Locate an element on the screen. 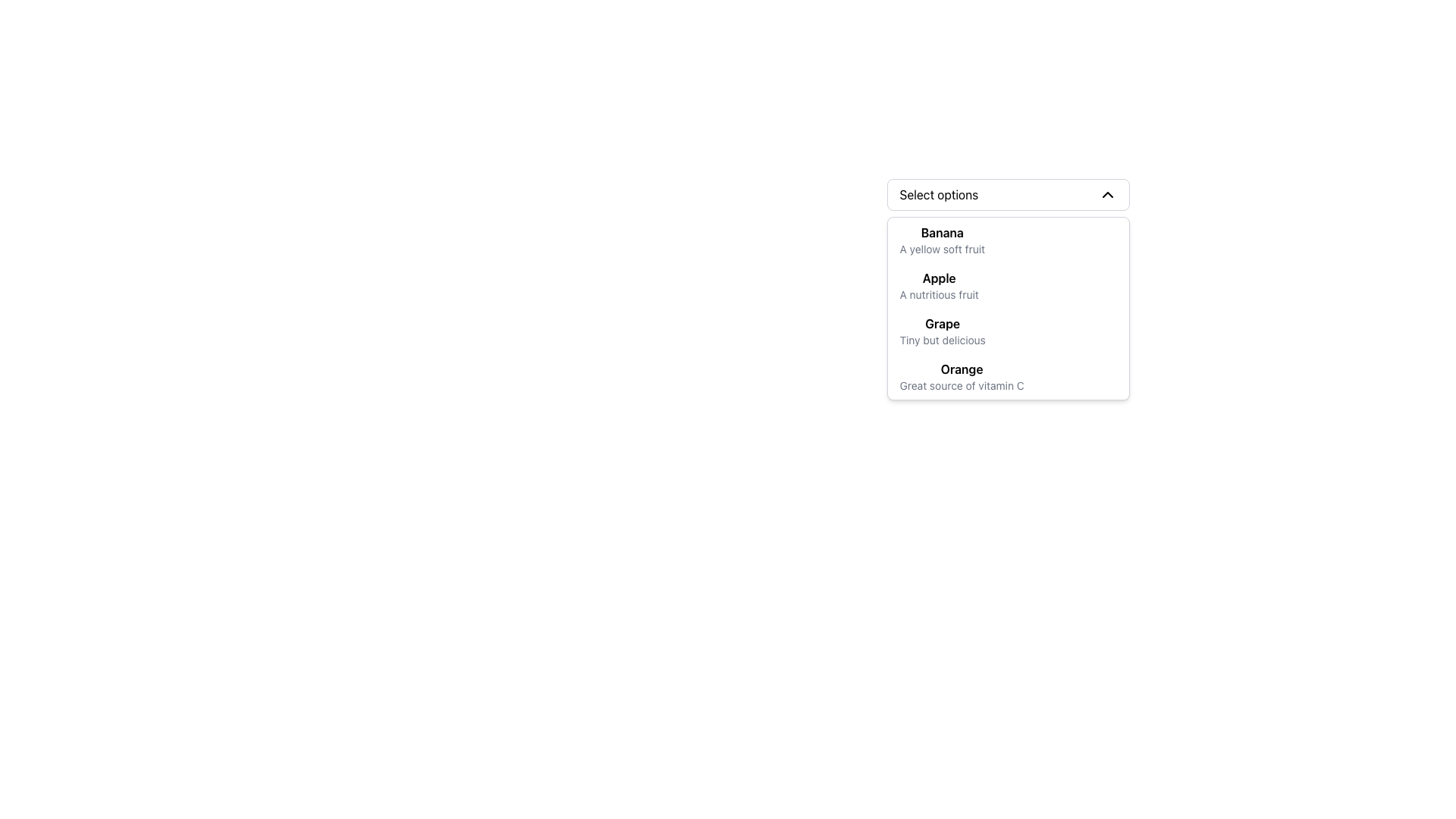  the text label for 'Banana' in the selection list located under 'Select options' is located at coordinates (941, 233).